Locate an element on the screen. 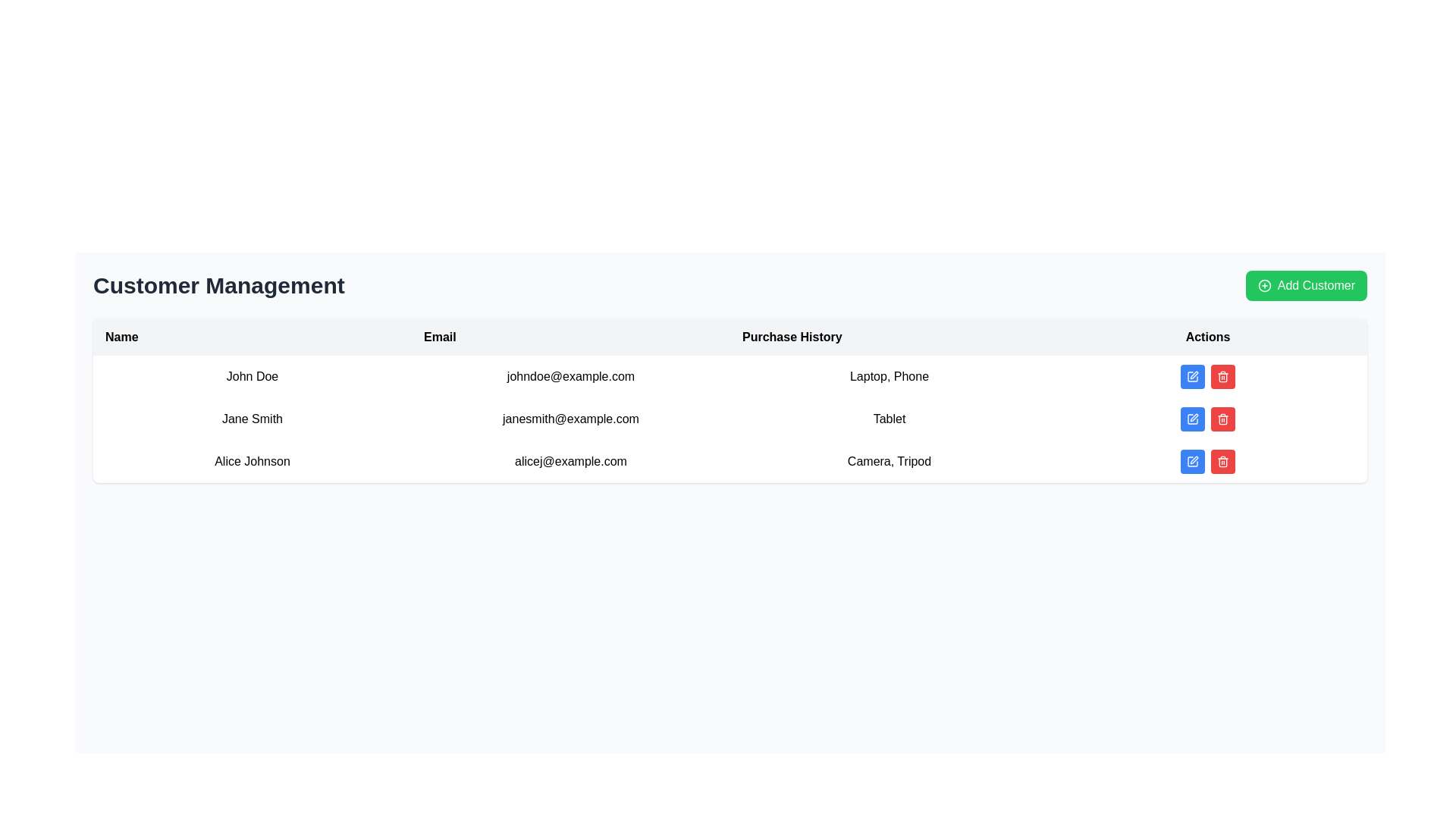 This screenshot has width=1456, height=819. the button located in the top-right corner of the 'Customer Management' section, to the right of the title 'Customer Management' is located at coordinates (1305, 286).